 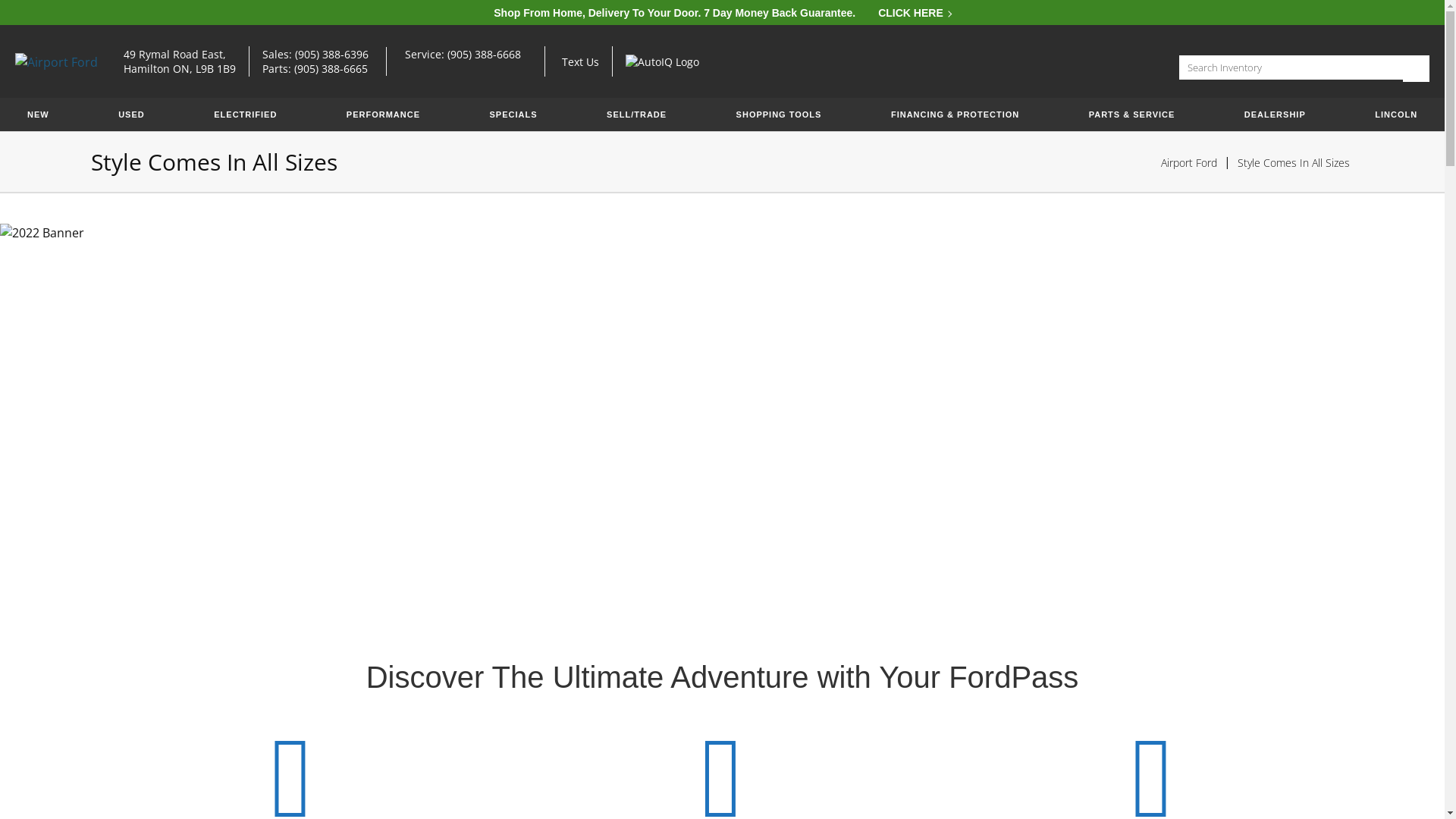 I want to click on 'DEALERSHIP', so click(x=1232, y=114).